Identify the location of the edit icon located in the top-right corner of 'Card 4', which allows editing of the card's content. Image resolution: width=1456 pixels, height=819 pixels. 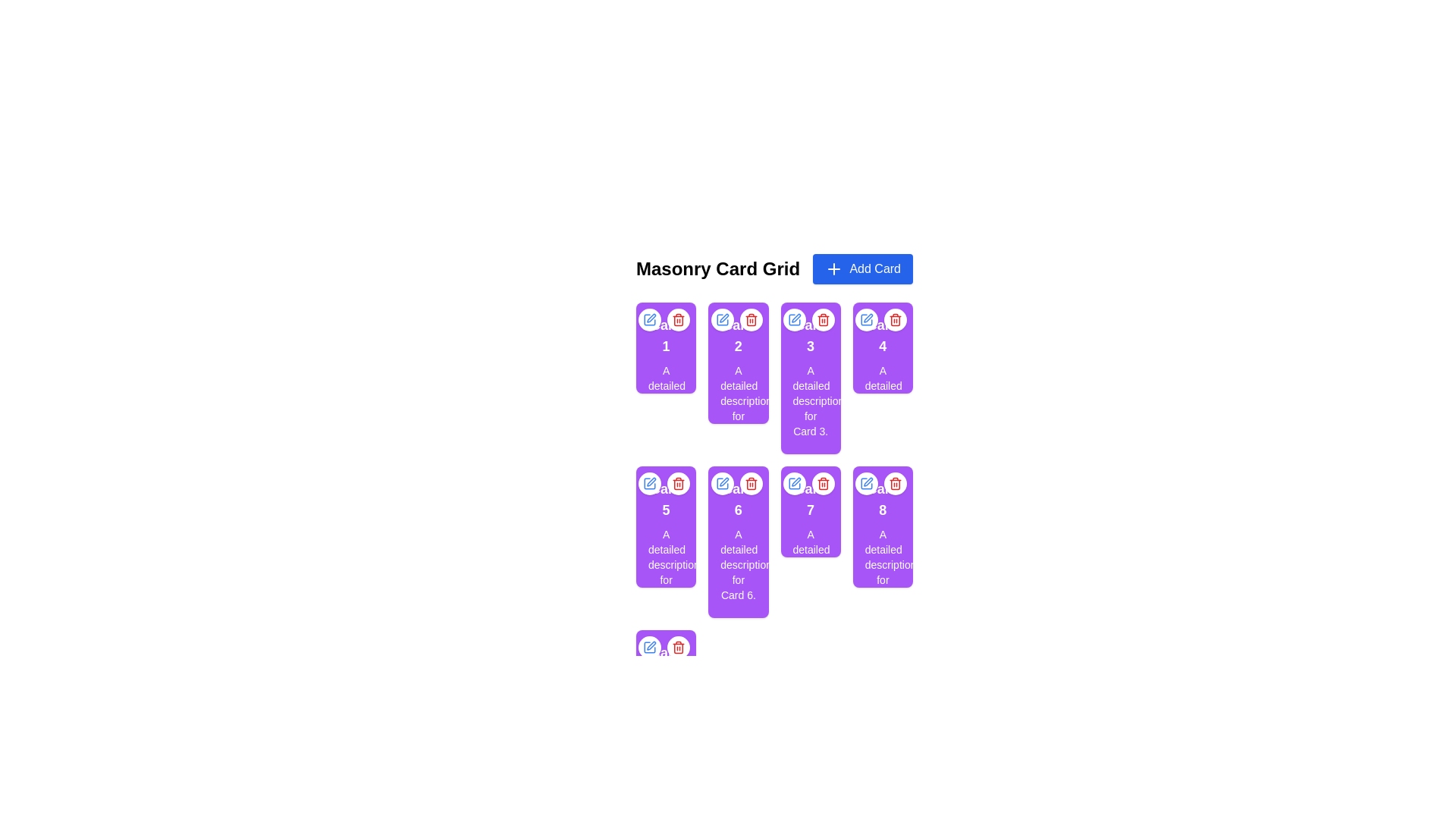
(880, 318).